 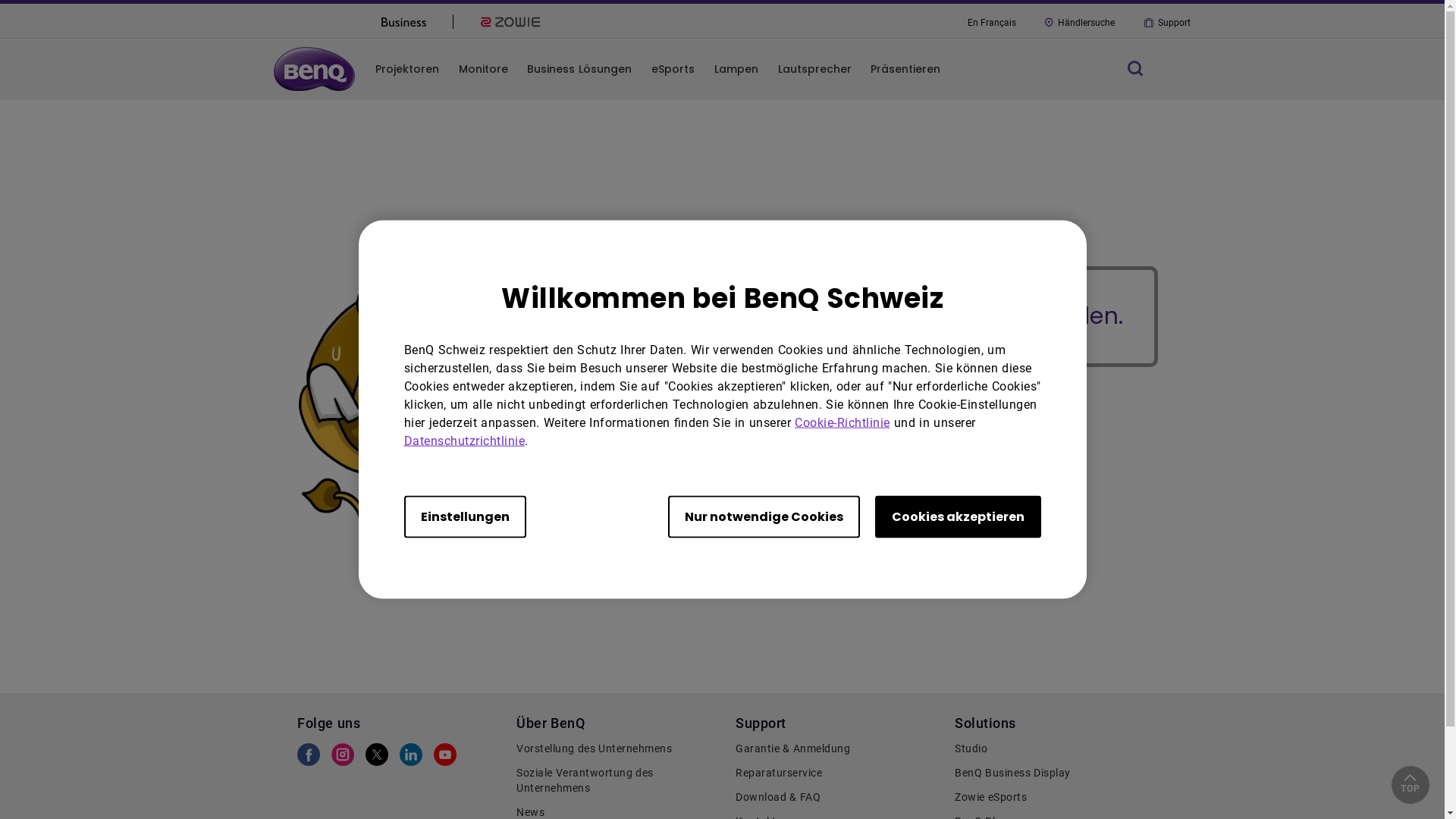 I want to click on 'Studio', so click(x=953, y=748).